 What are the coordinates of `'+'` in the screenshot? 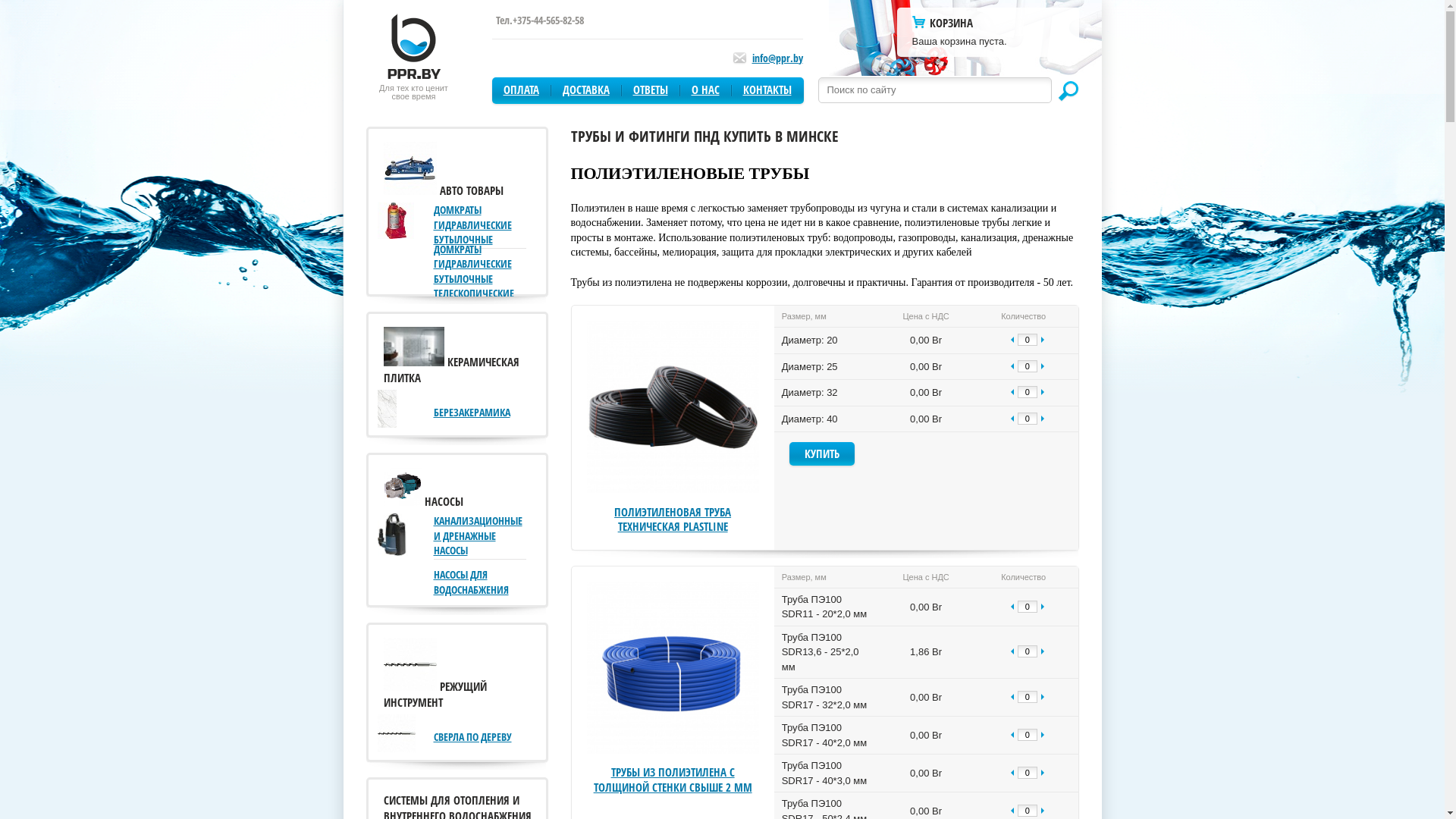 It's located at (1041, 419).